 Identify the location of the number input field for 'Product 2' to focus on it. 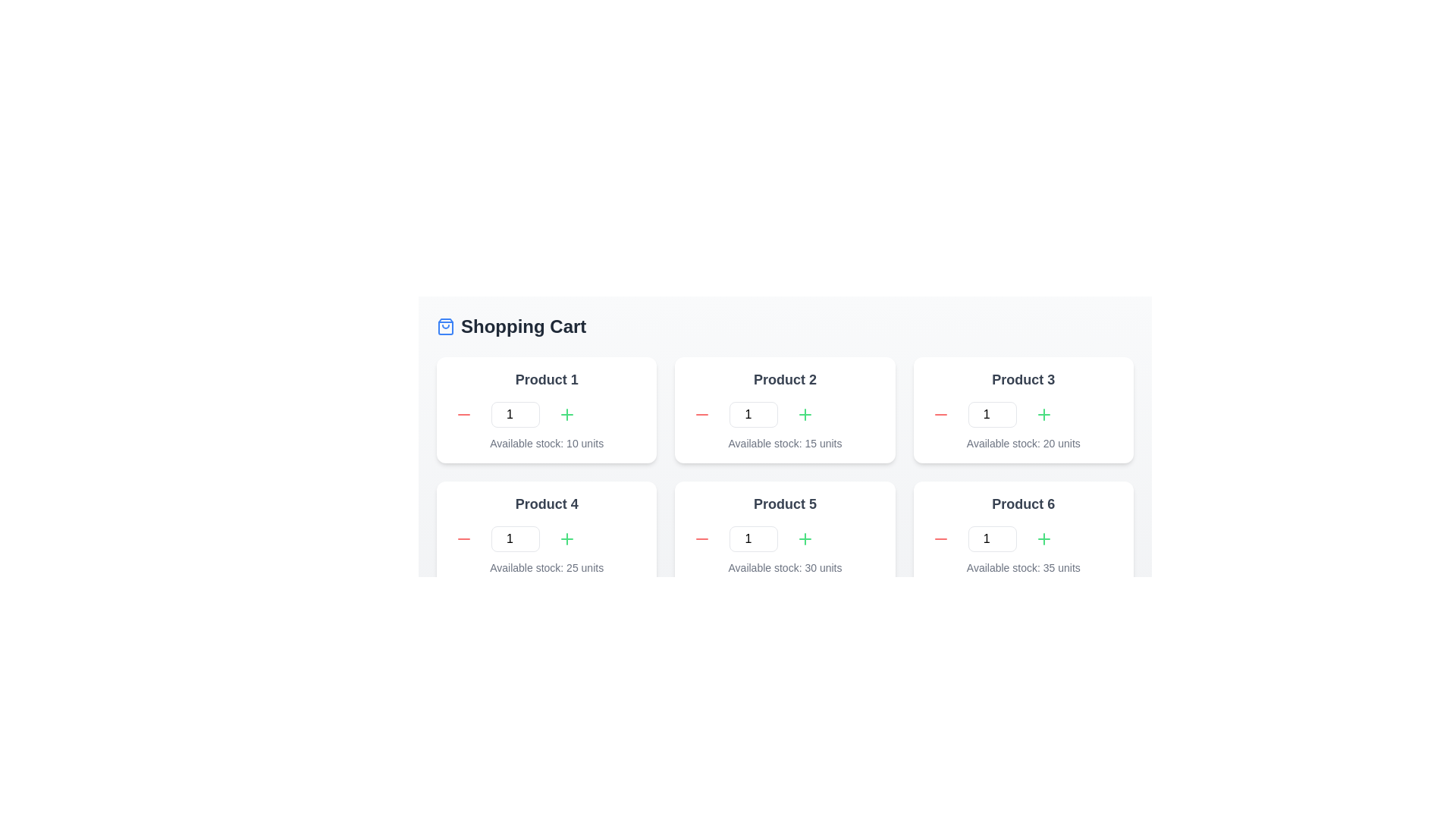
(754, 415).